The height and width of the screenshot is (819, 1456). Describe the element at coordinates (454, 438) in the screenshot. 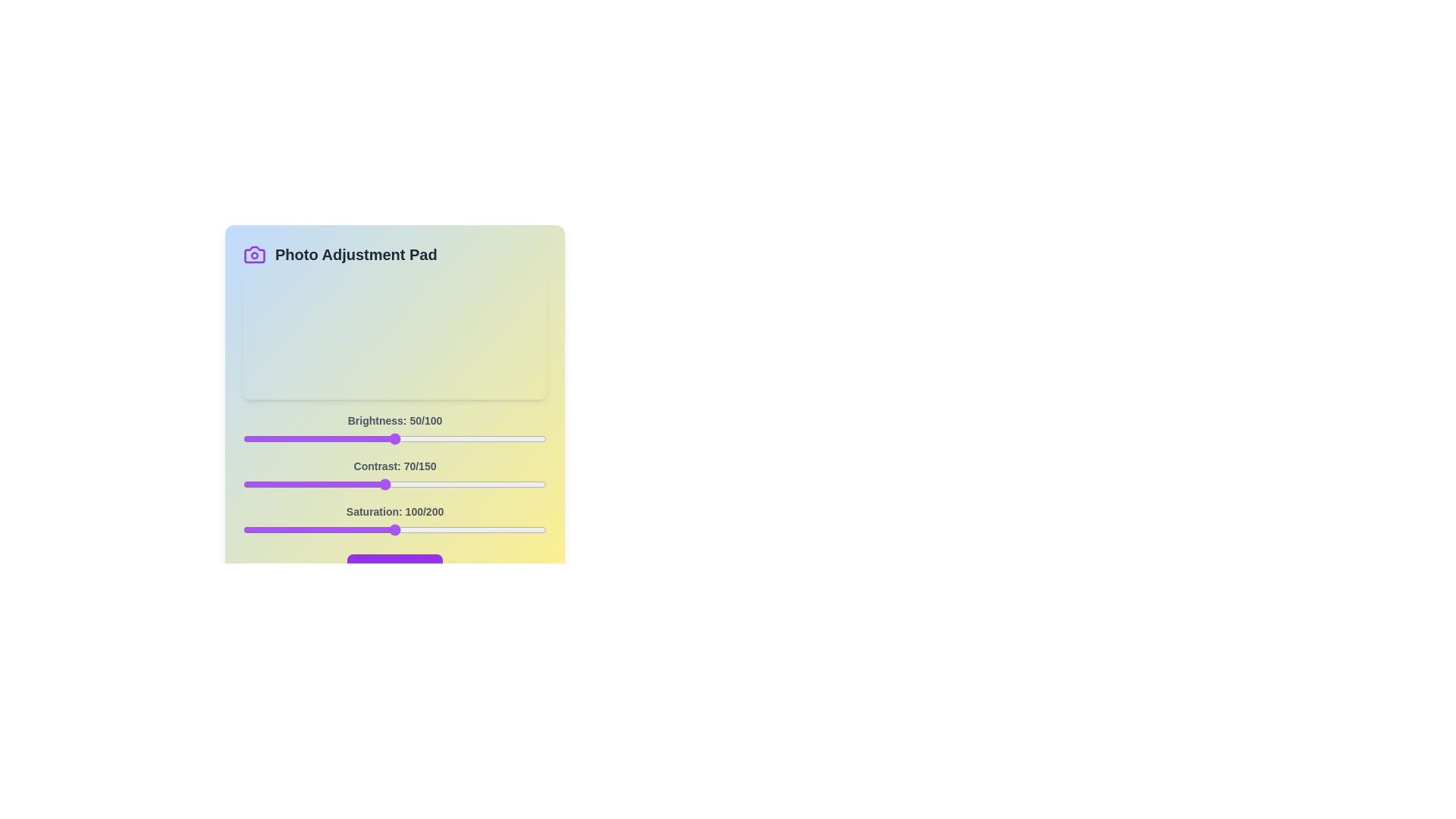

I see `the 0 slider to 70` at that location.